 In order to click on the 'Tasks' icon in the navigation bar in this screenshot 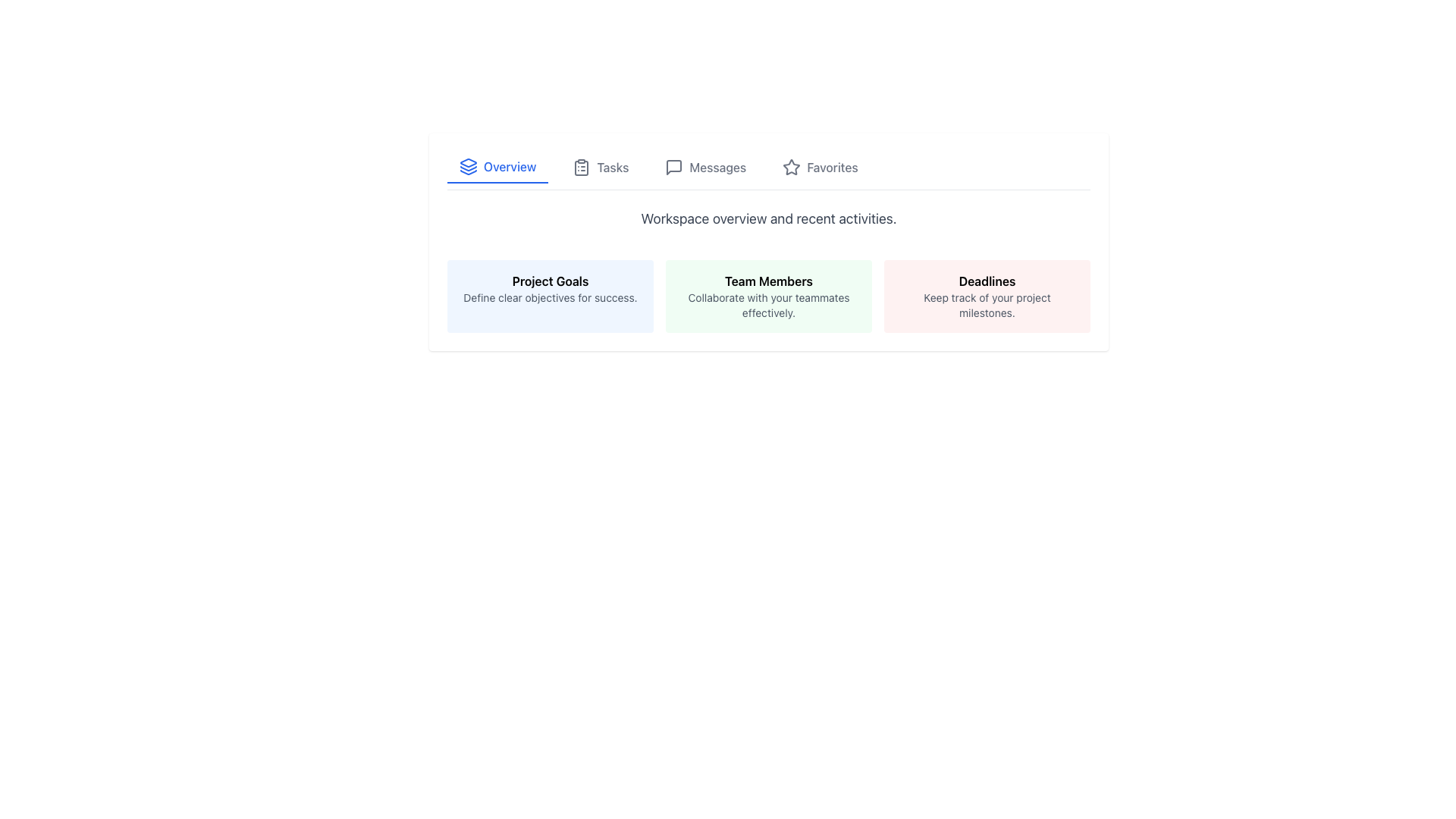, I will do `click(581, 167)`.